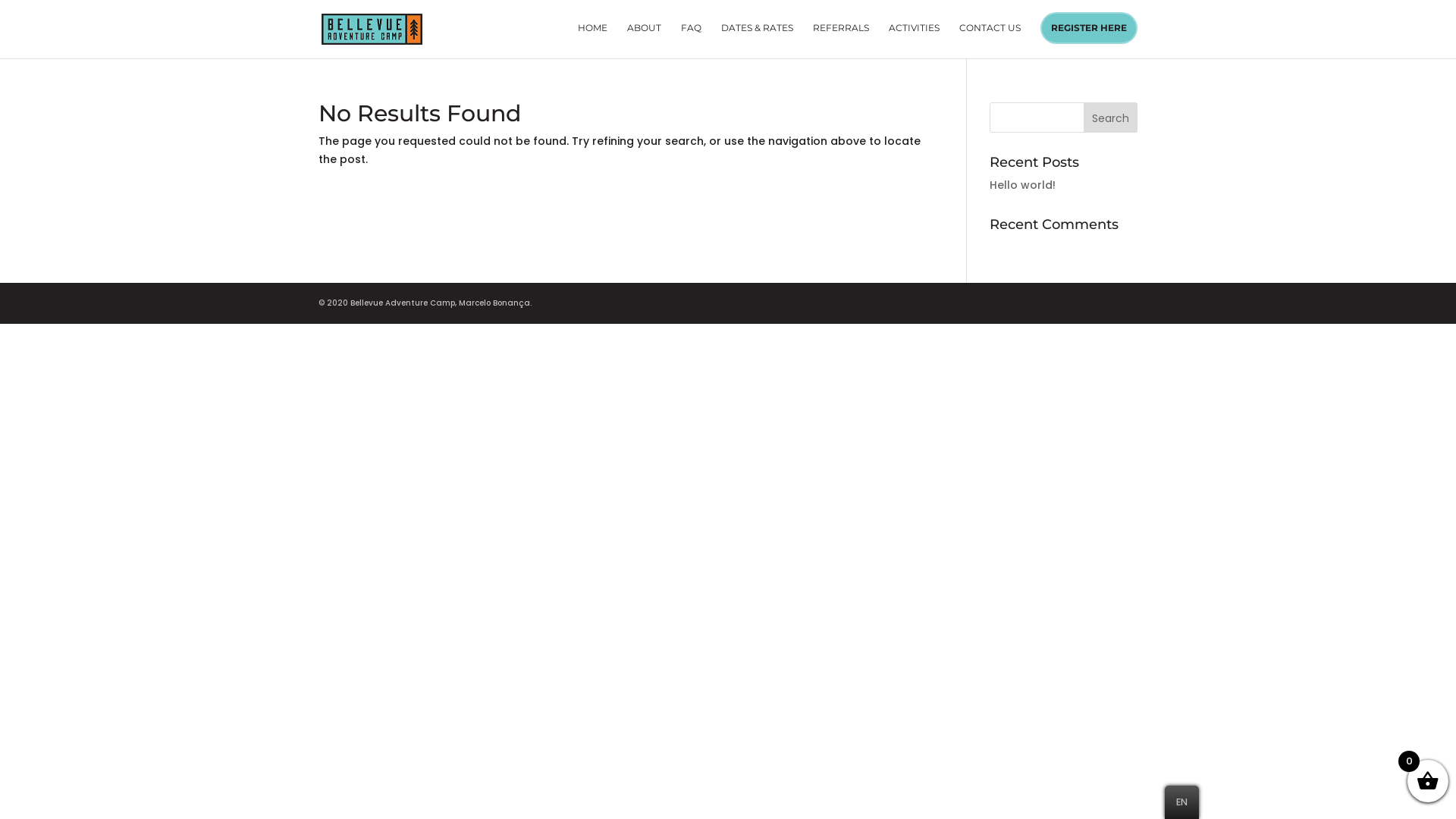  I want to click on 'REGISTER HERE', so click(1087, 28).